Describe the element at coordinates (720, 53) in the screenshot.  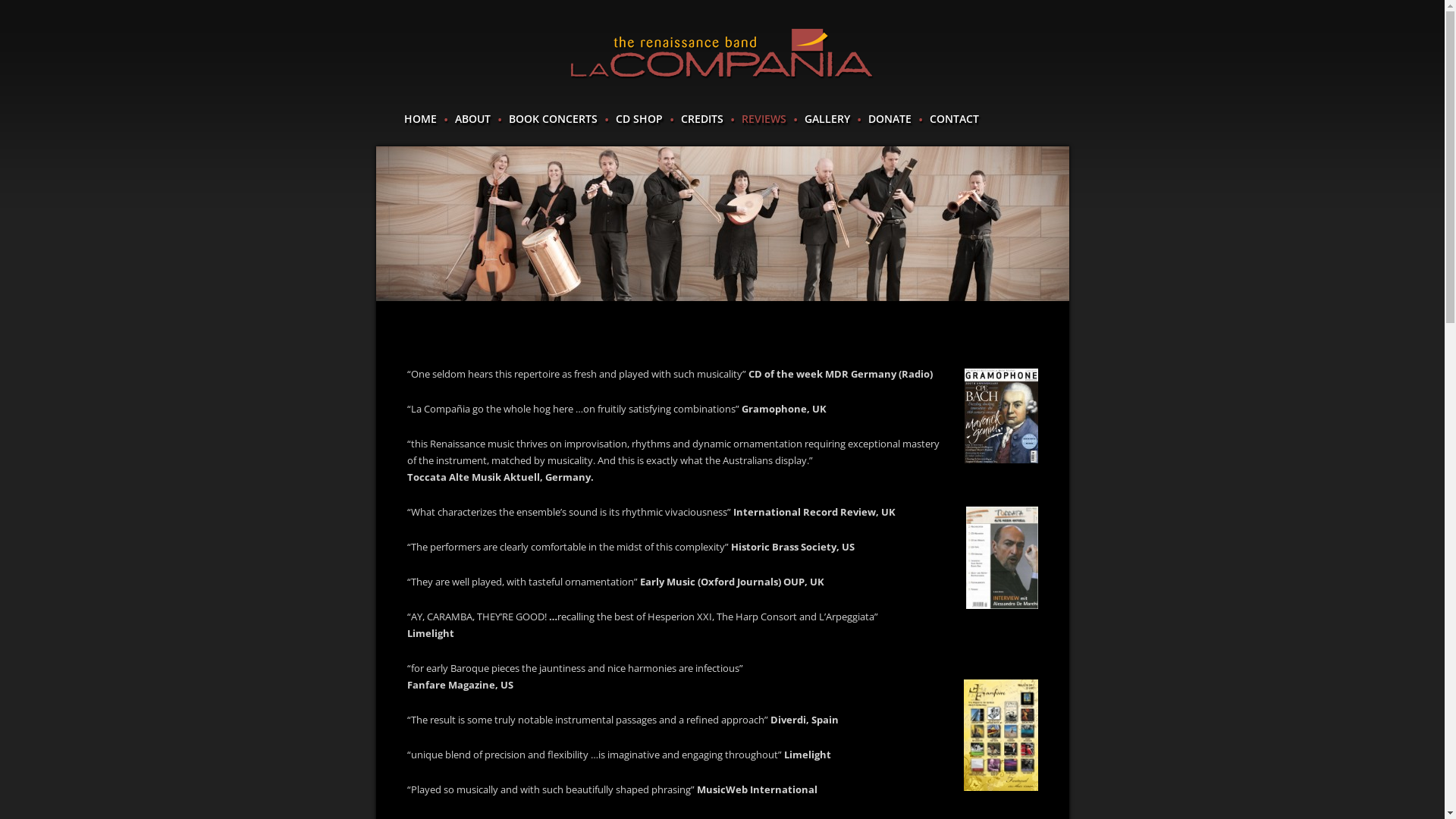
I see `'The Renaissance Band'` at that location.